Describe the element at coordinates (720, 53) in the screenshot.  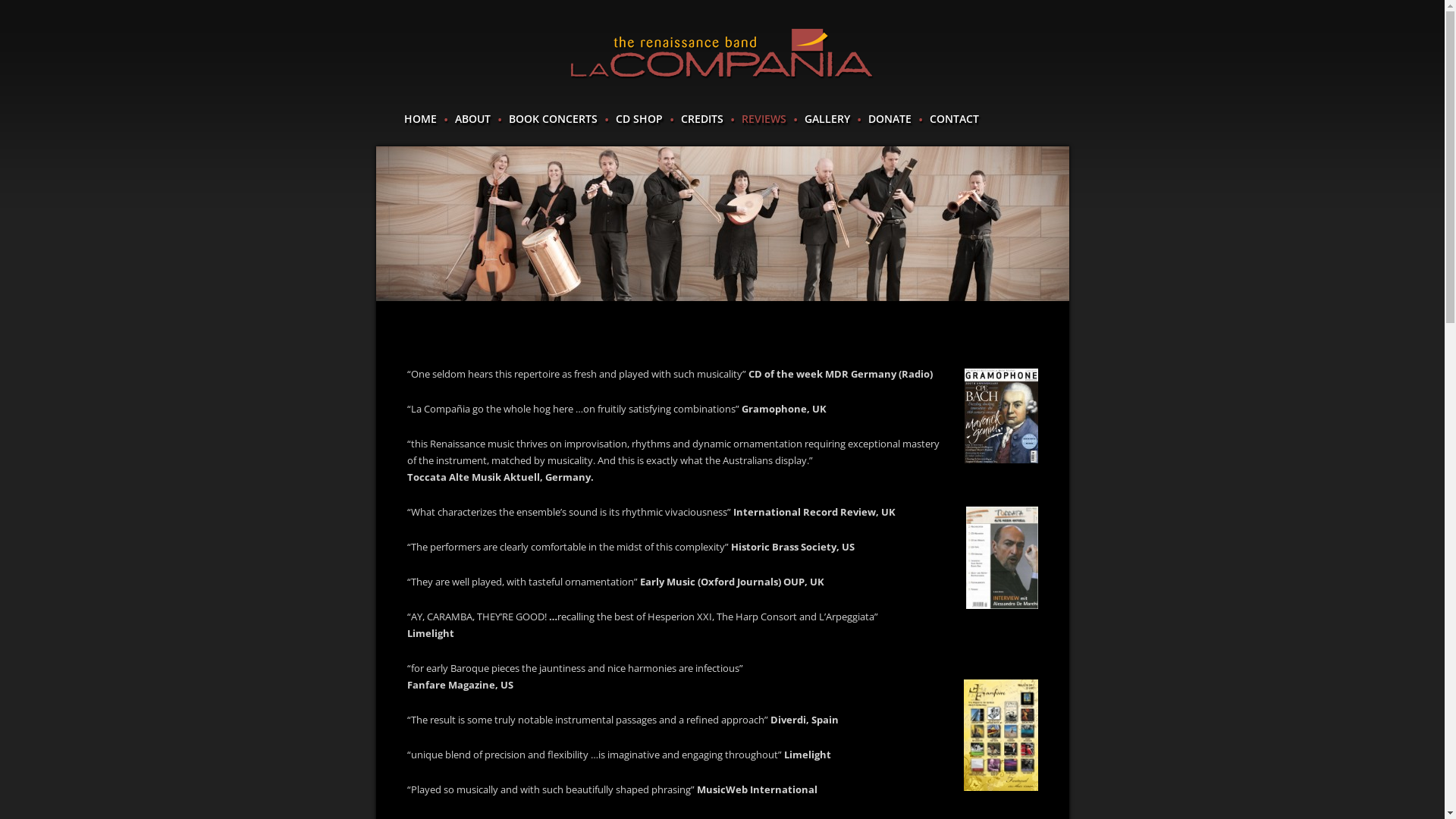
I see `'The Renaissance Band'` at that location.